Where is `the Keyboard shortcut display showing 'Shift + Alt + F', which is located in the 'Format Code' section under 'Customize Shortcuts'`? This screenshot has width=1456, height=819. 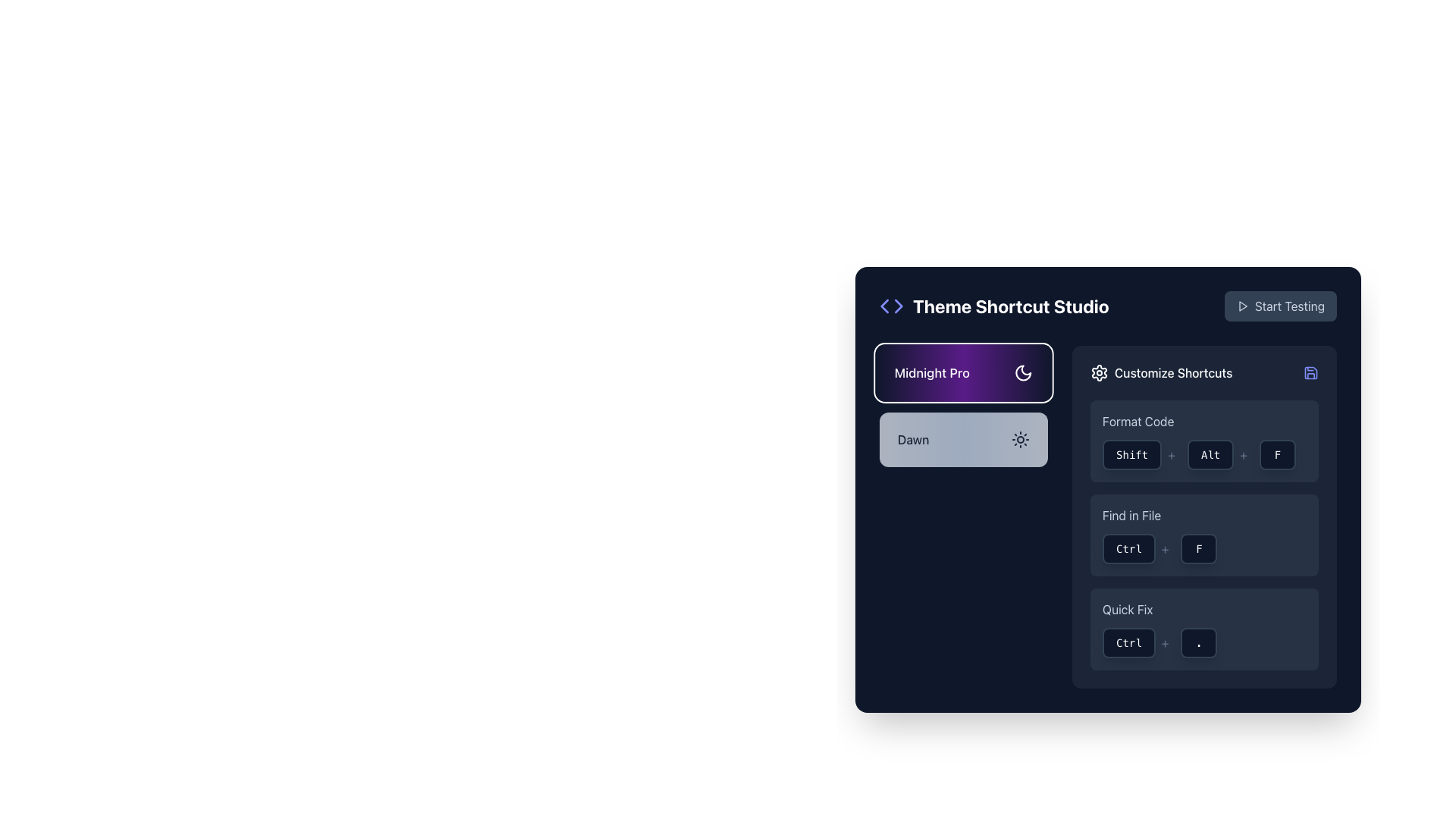 the Keyboard shortcut display showing 'Shift + Alt + F', which is located in the 'Format Code' section under 'Customize Shortcuts' is located at coordinates (1203, 454).